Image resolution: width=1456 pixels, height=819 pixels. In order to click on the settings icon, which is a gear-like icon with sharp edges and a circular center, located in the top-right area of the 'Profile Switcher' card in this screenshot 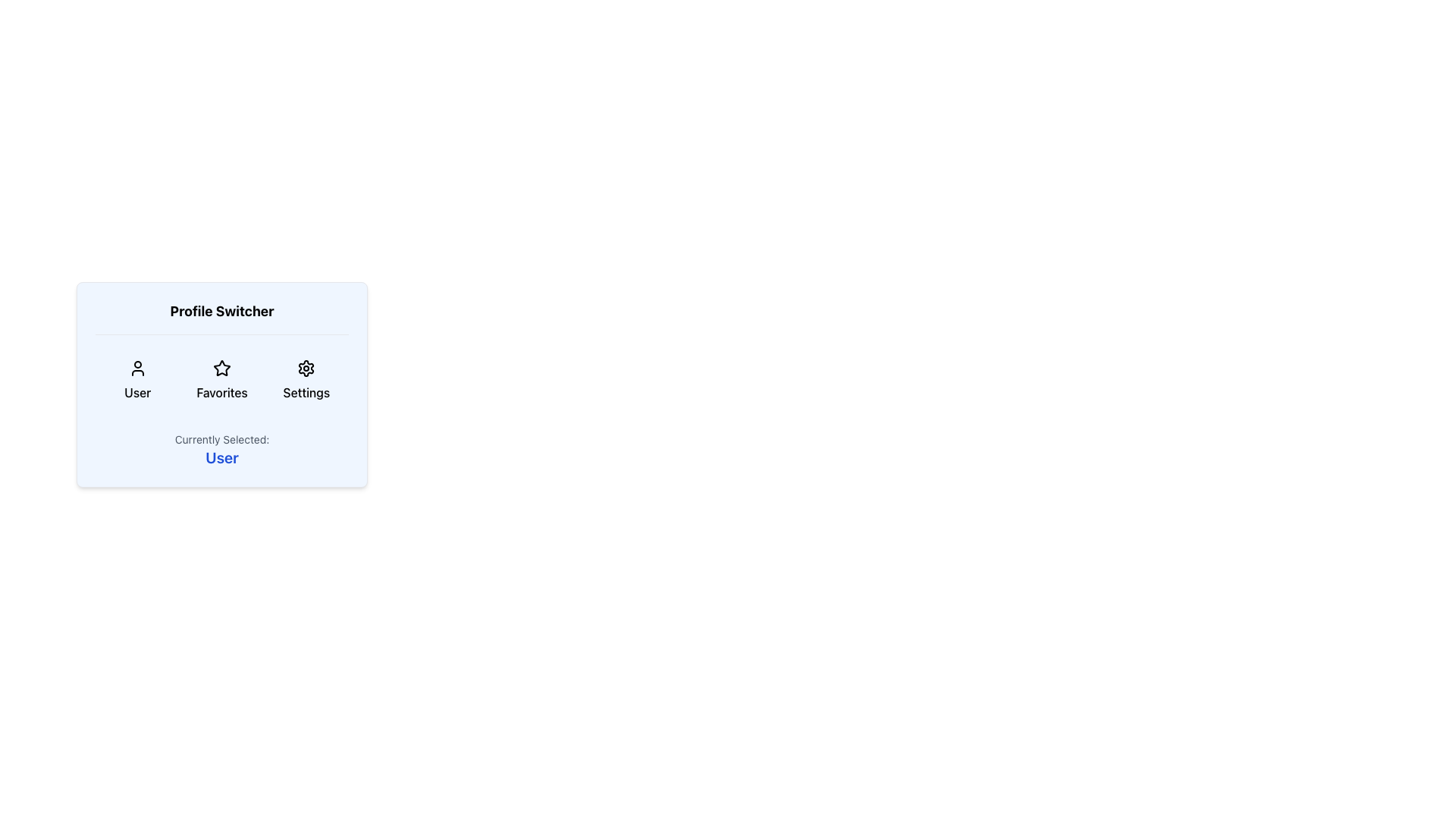, I will do `click(306, 369)`.